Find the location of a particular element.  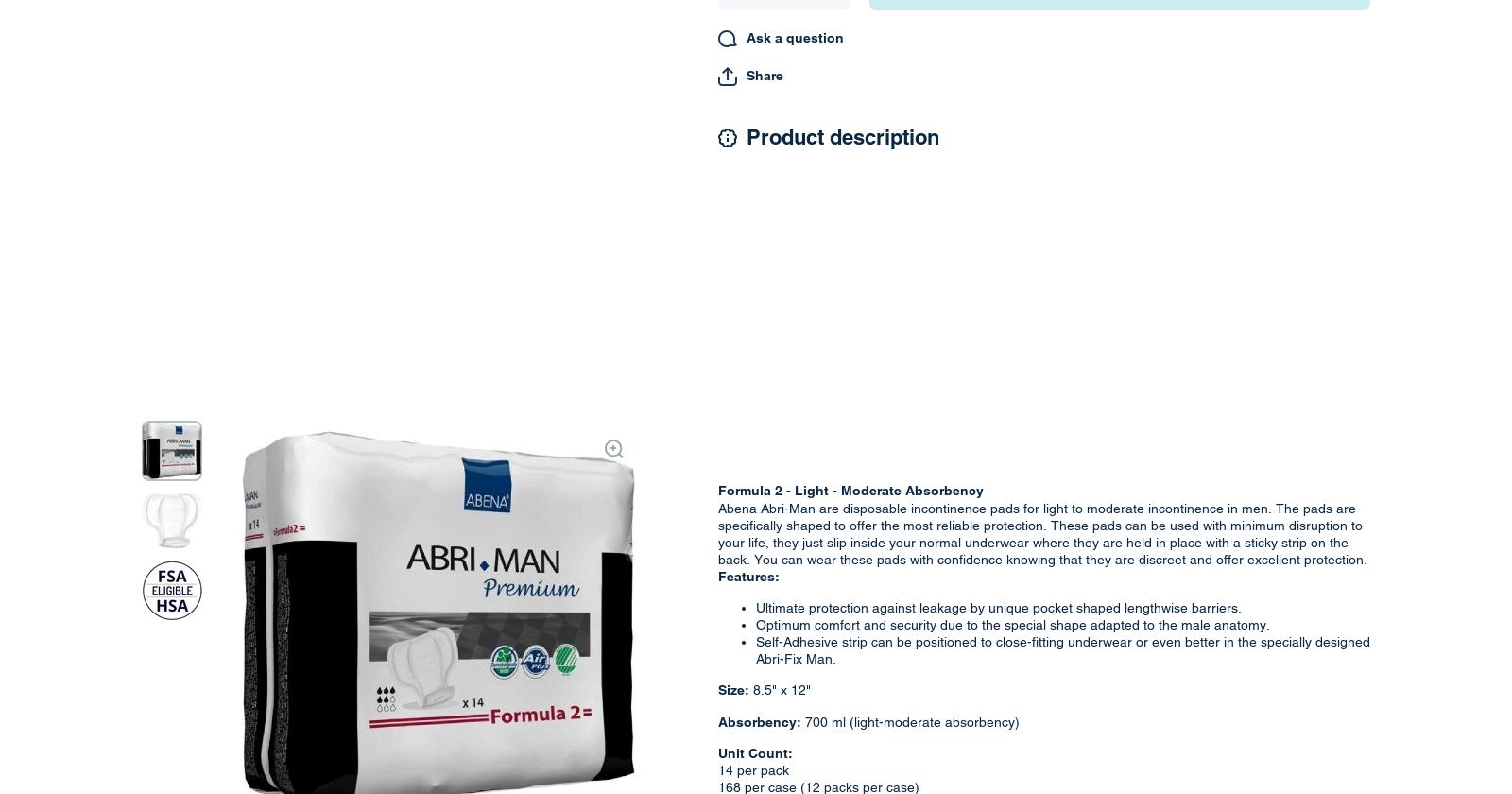

'Return Policy' is located at coordinates (804, 404).